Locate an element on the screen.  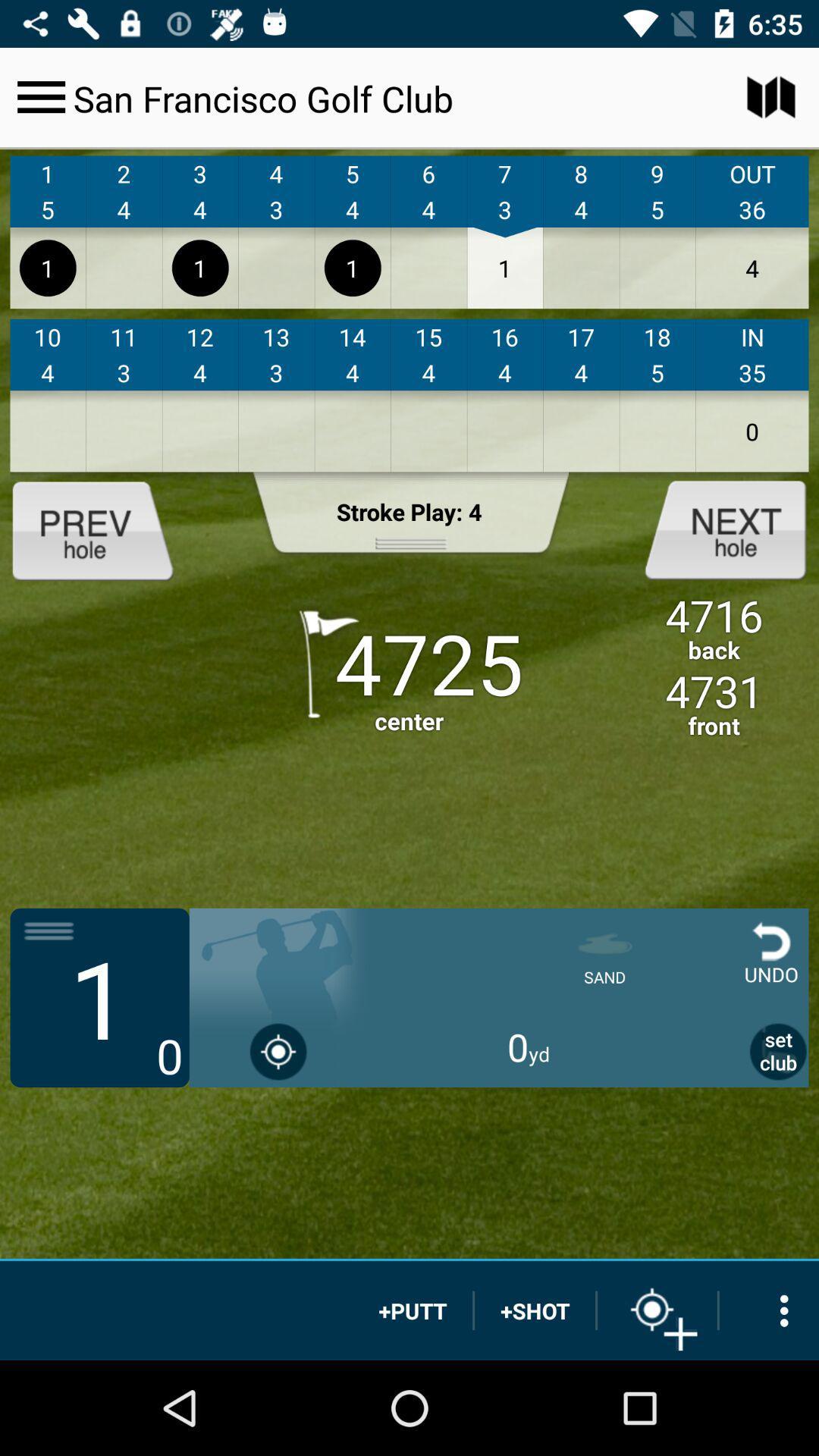
use gps location is located at coordinates (278, 1050).